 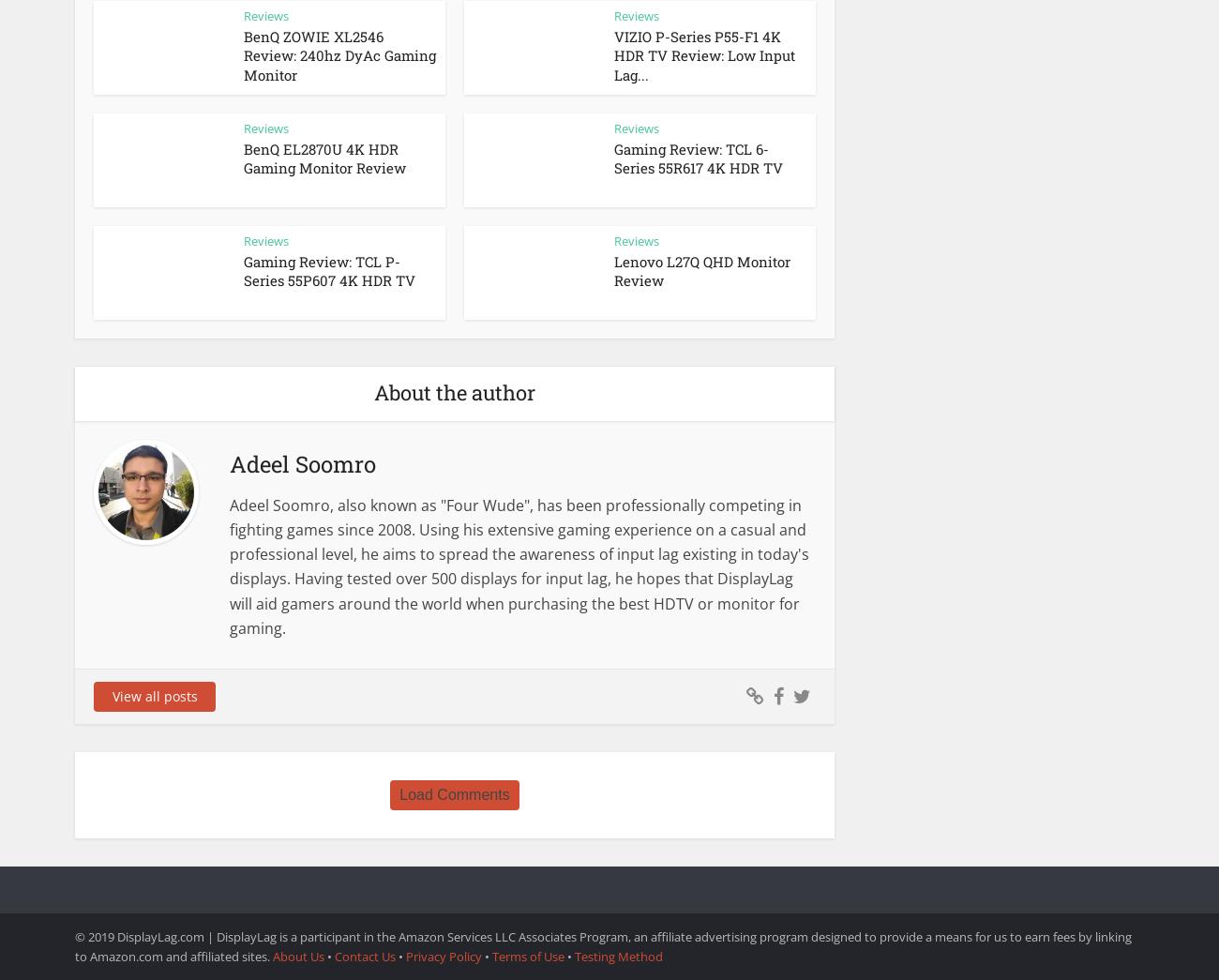 What do you see at coordinates (603, 945) in the screenshot?
I see `'© 2019 DisplayLag.com | DisplayLag is a participant in the Amazon Services LLC Associates Program, an affiliate advertising program designed to provide a means for us to earn fees by linking to Amazon.com and affiliated sites.'` at bounding box center [603, 945].